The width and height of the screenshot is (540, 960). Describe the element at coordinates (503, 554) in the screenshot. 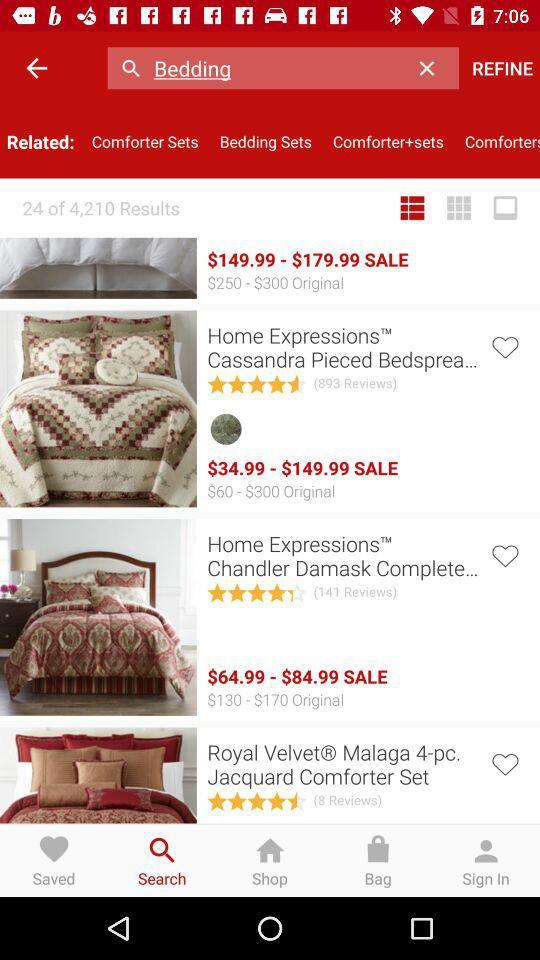

I see `touch` at that location.